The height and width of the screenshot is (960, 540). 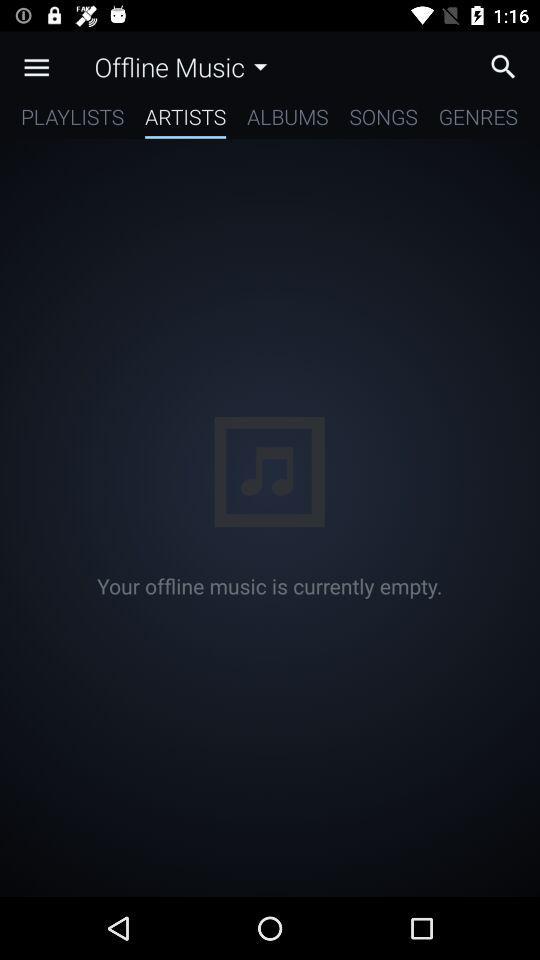 What do you see at coordinates (508, 66) in the screenshot?
I see `search` at bounding box center [508, 66].